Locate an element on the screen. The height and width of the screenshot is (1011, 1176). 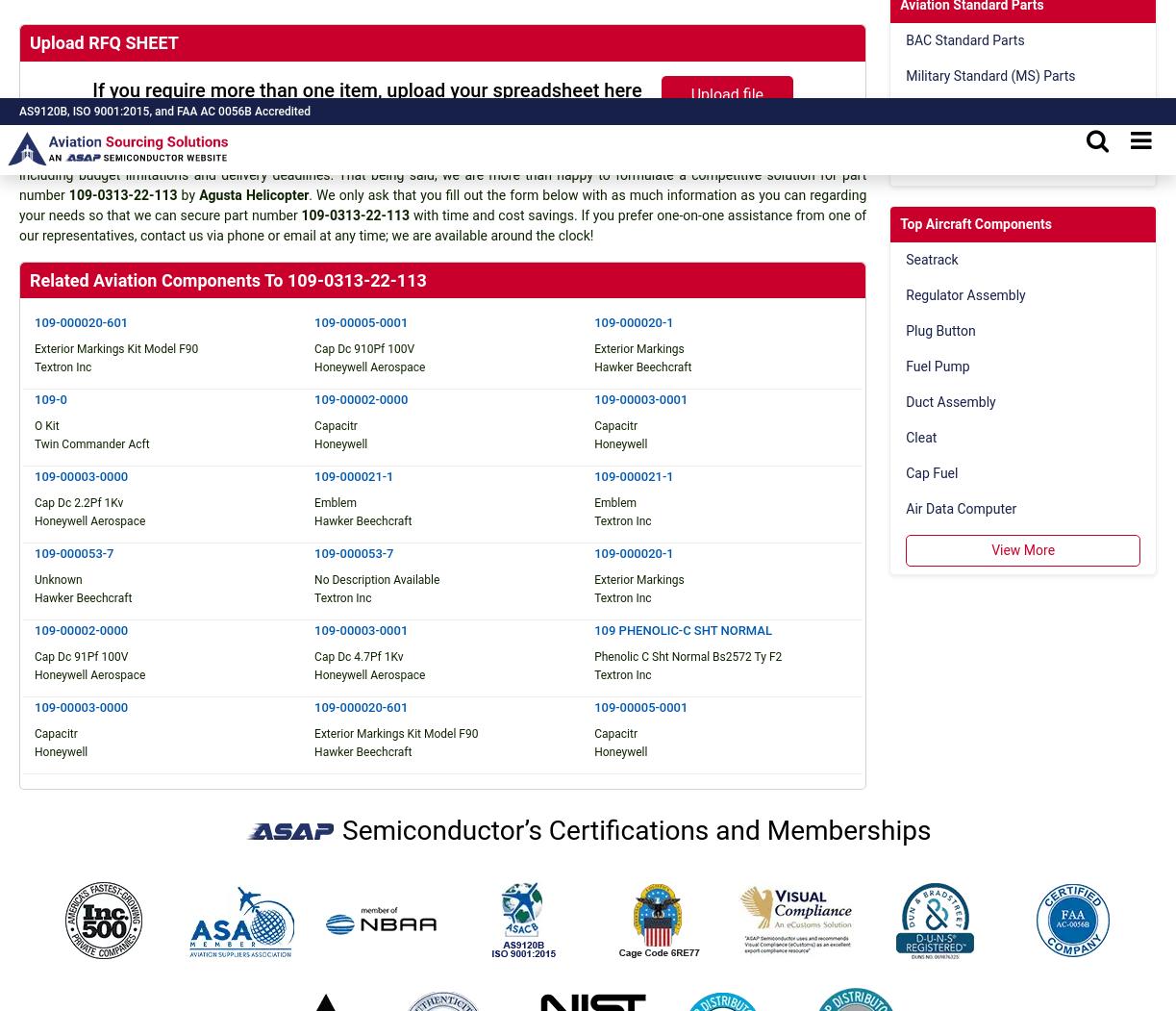
'Quick Links' is located at coordinates (393, 410).